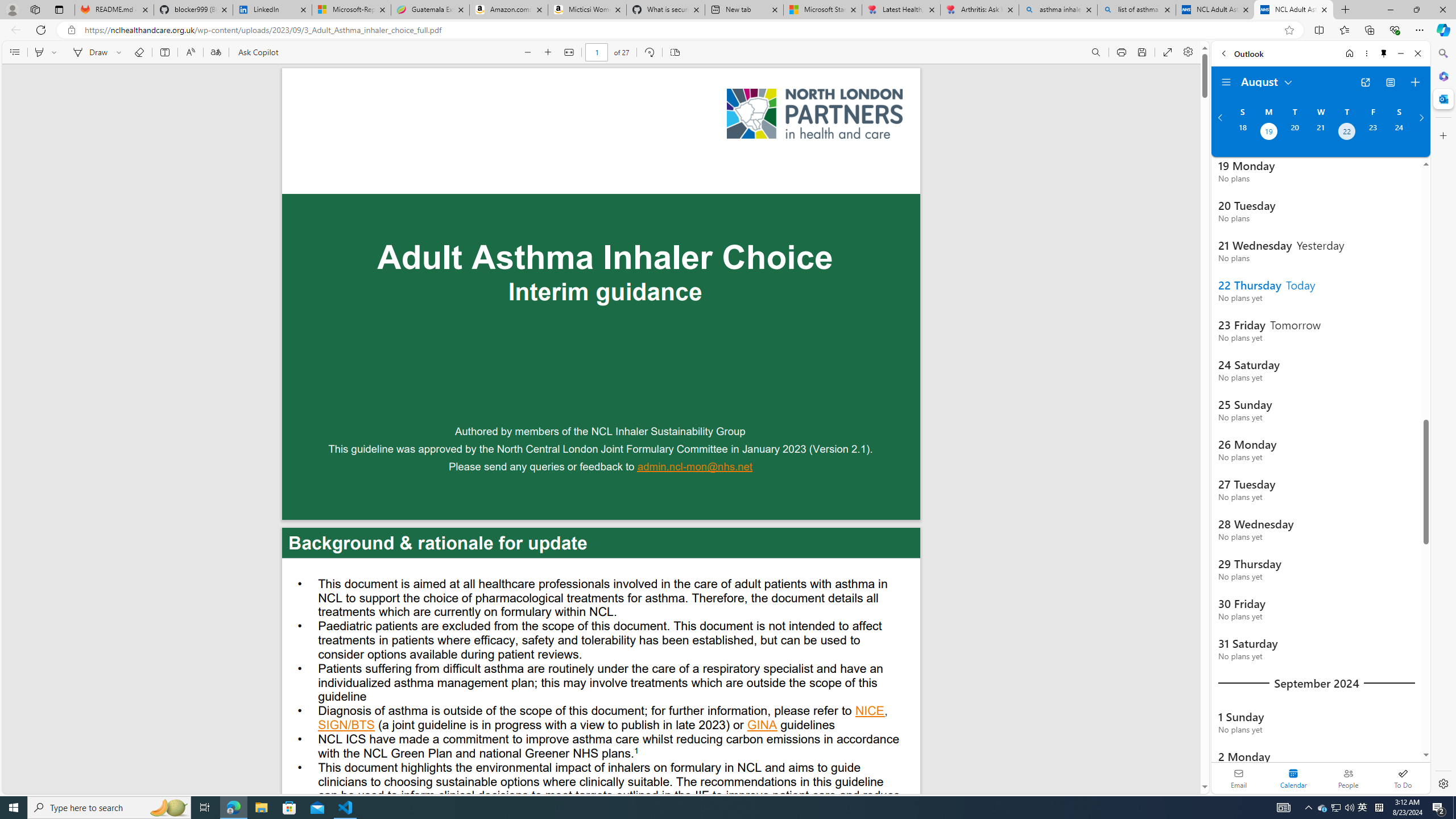 This screenshot has width=1456, height=819. I want to click on 'Monday, August 19, 2024. Date selected. ', so click(1268, 133).